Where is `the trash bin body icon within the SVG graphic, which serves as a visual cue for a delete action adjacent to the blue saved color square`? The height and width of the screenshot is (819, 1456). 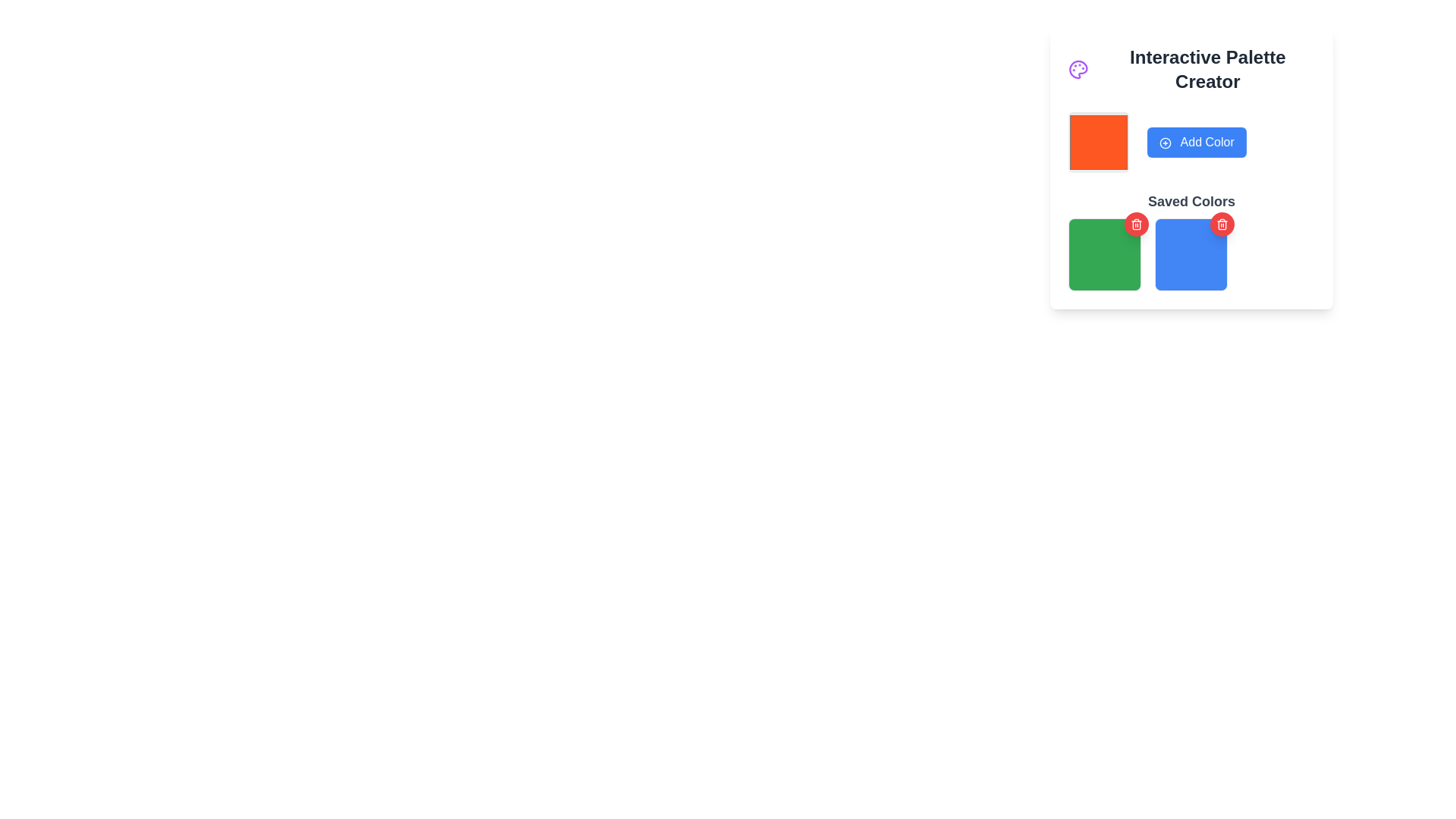 the trash bin body icon within the SVG graphic, which serves as a visual cue for a delete action adjacent to the blue saved color square is located at coordinates (1136, 225).